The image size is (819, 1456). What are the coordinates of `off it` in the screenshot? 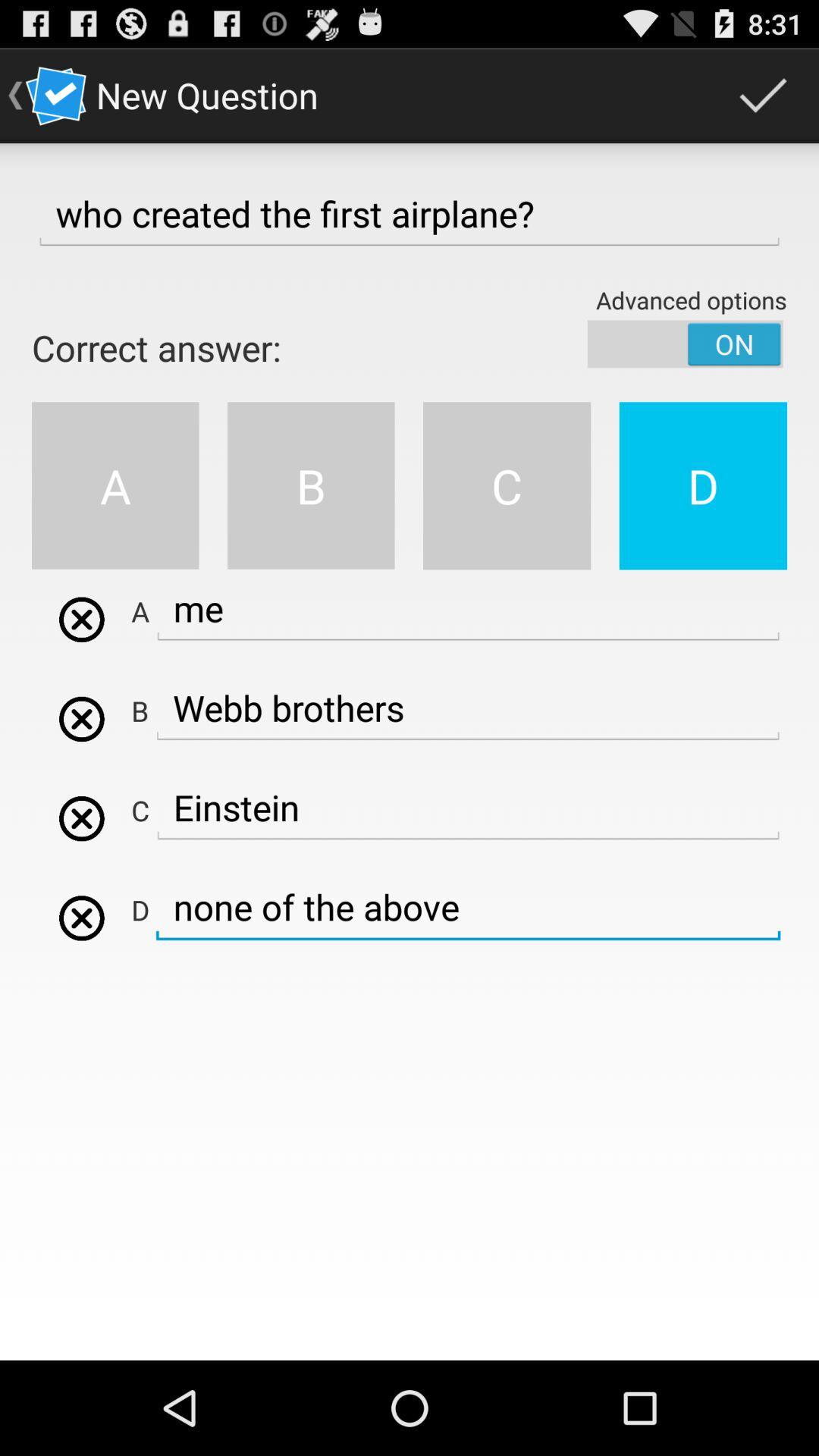 It's located at (685, 343).